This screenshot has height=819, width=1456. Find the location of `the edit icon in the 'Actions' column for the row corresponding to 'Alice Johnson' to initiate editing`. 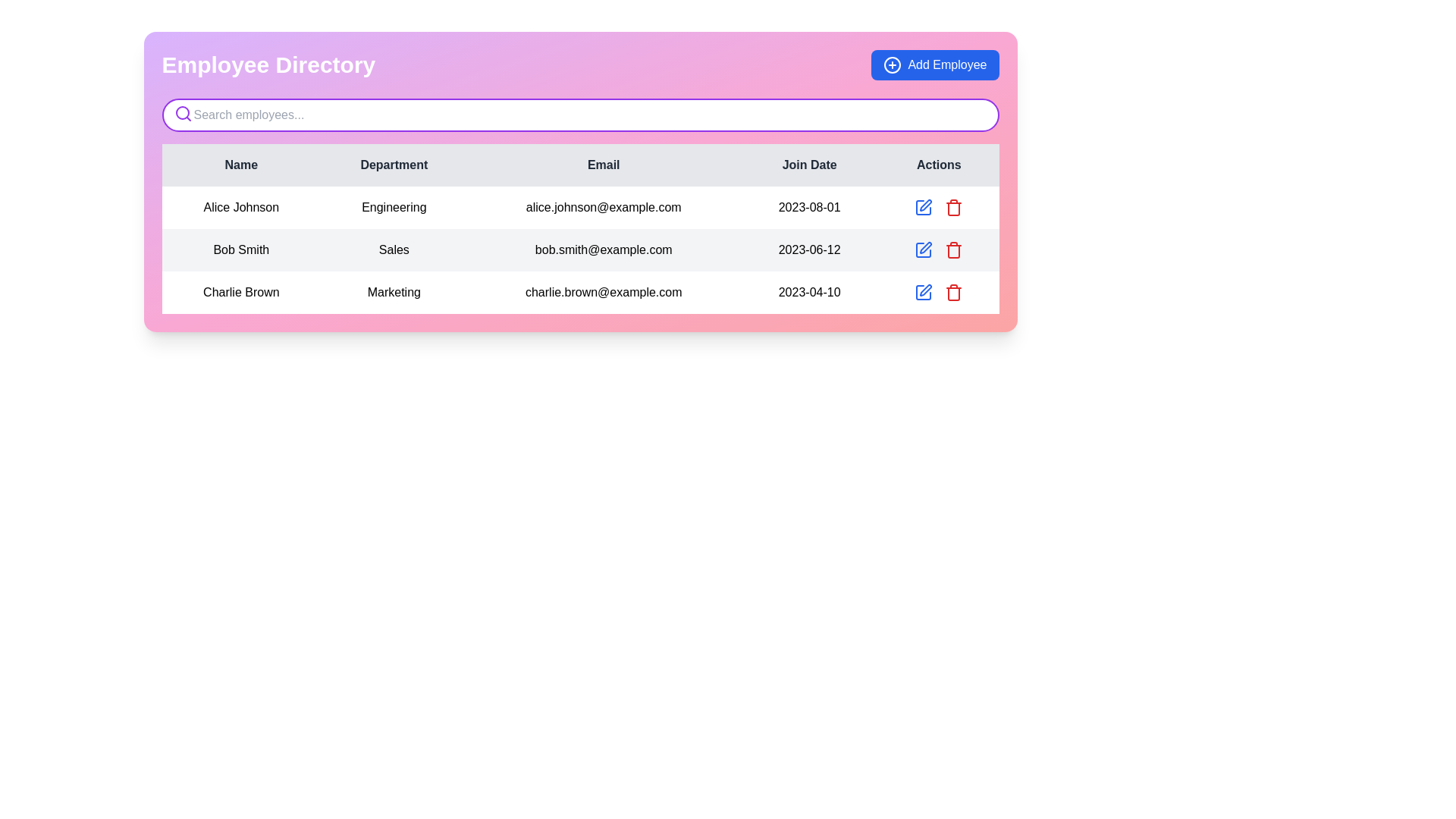

the edit icon in the 'Actions' column for the row corresponding to 'Alice Johnson' to initiate editing is located at coordinates (925, 205).